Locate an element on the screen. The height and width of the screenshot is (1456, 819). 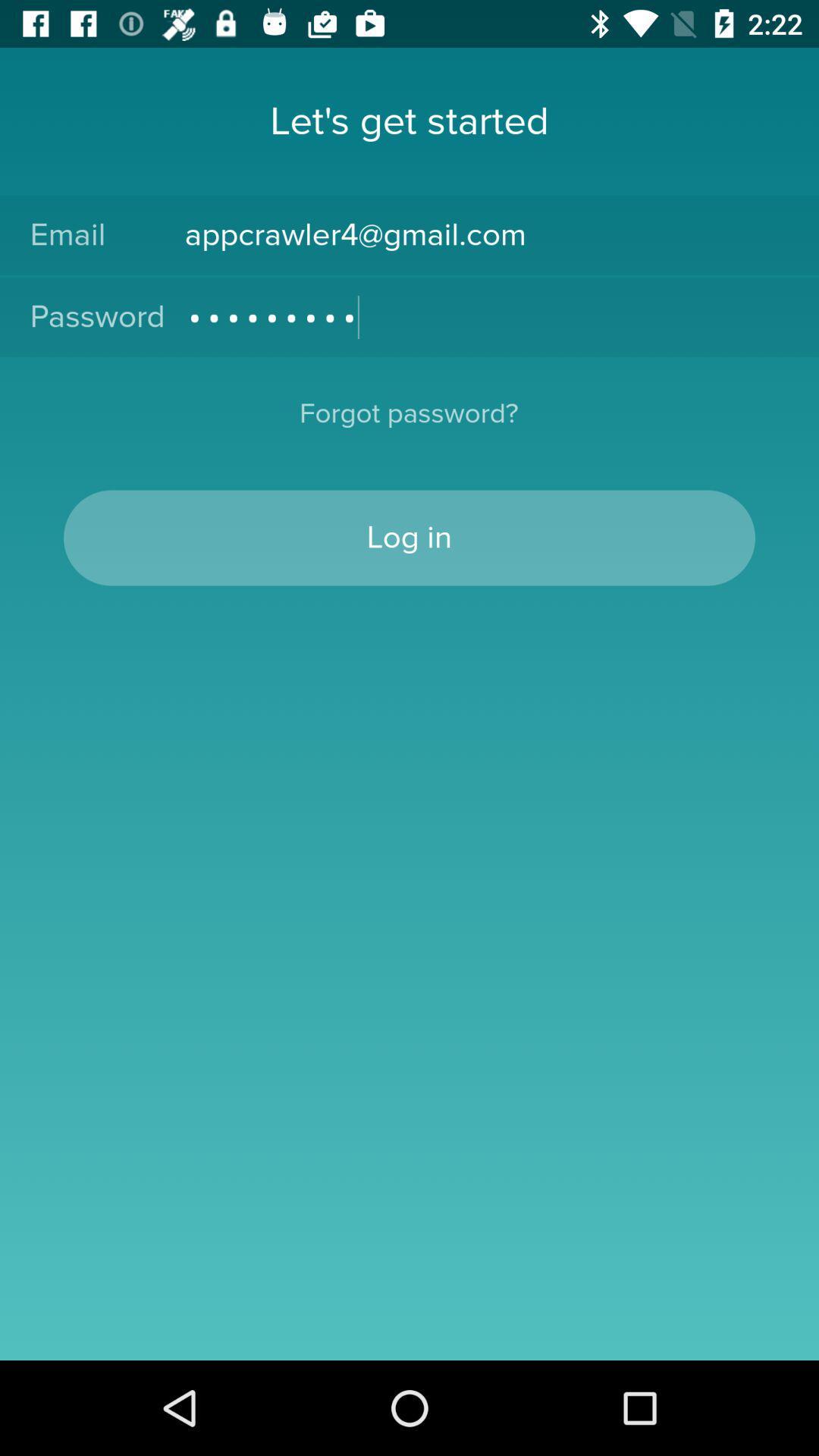
icon below the appcrawler4@gmail.com icon is located at coordinates (486, 316).